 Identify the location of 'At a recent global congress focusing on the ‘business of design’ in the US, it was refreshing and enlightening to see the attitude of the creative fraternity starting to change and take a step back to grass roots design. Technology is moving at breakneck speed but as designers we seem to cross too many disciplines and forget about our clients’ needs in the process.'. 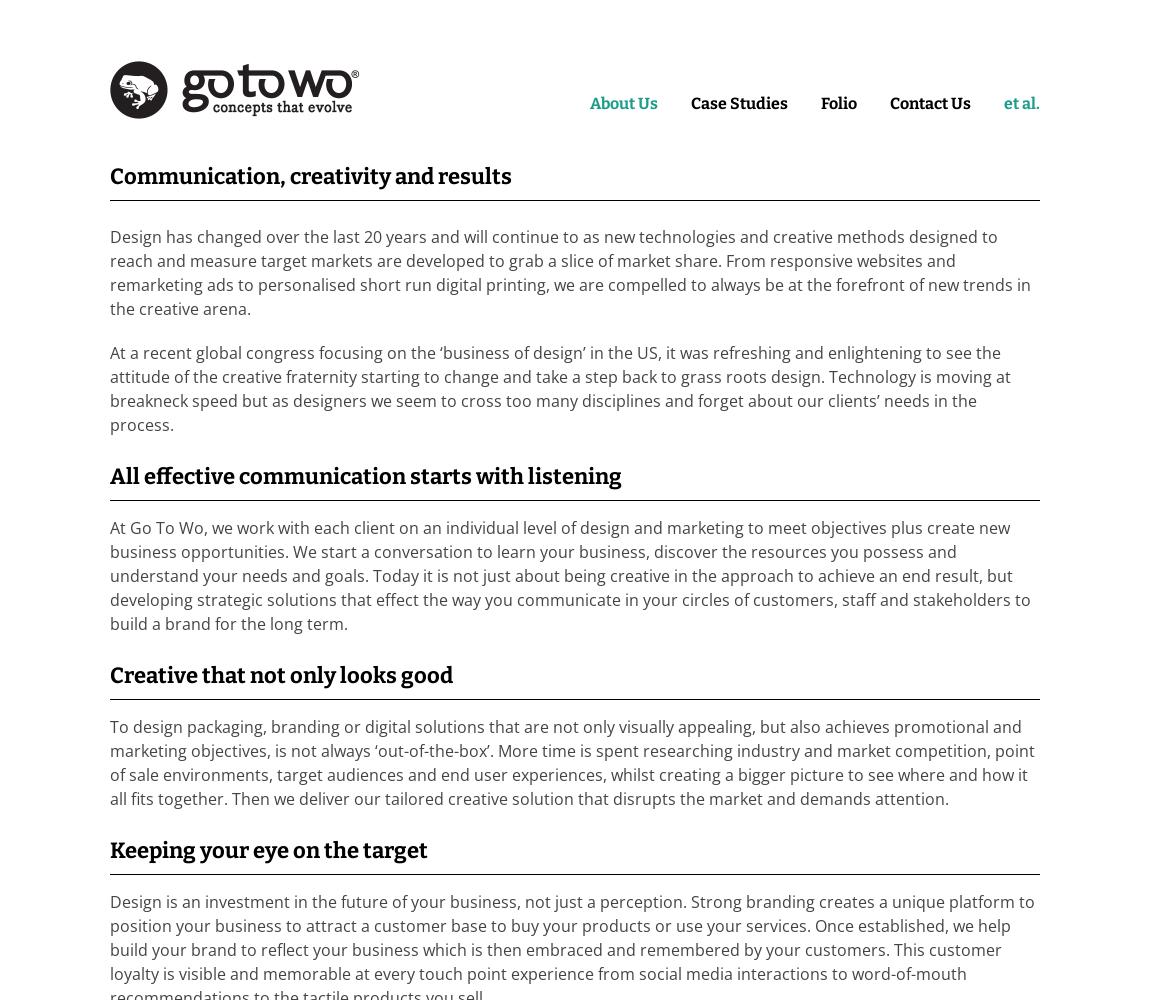
(560, 389).